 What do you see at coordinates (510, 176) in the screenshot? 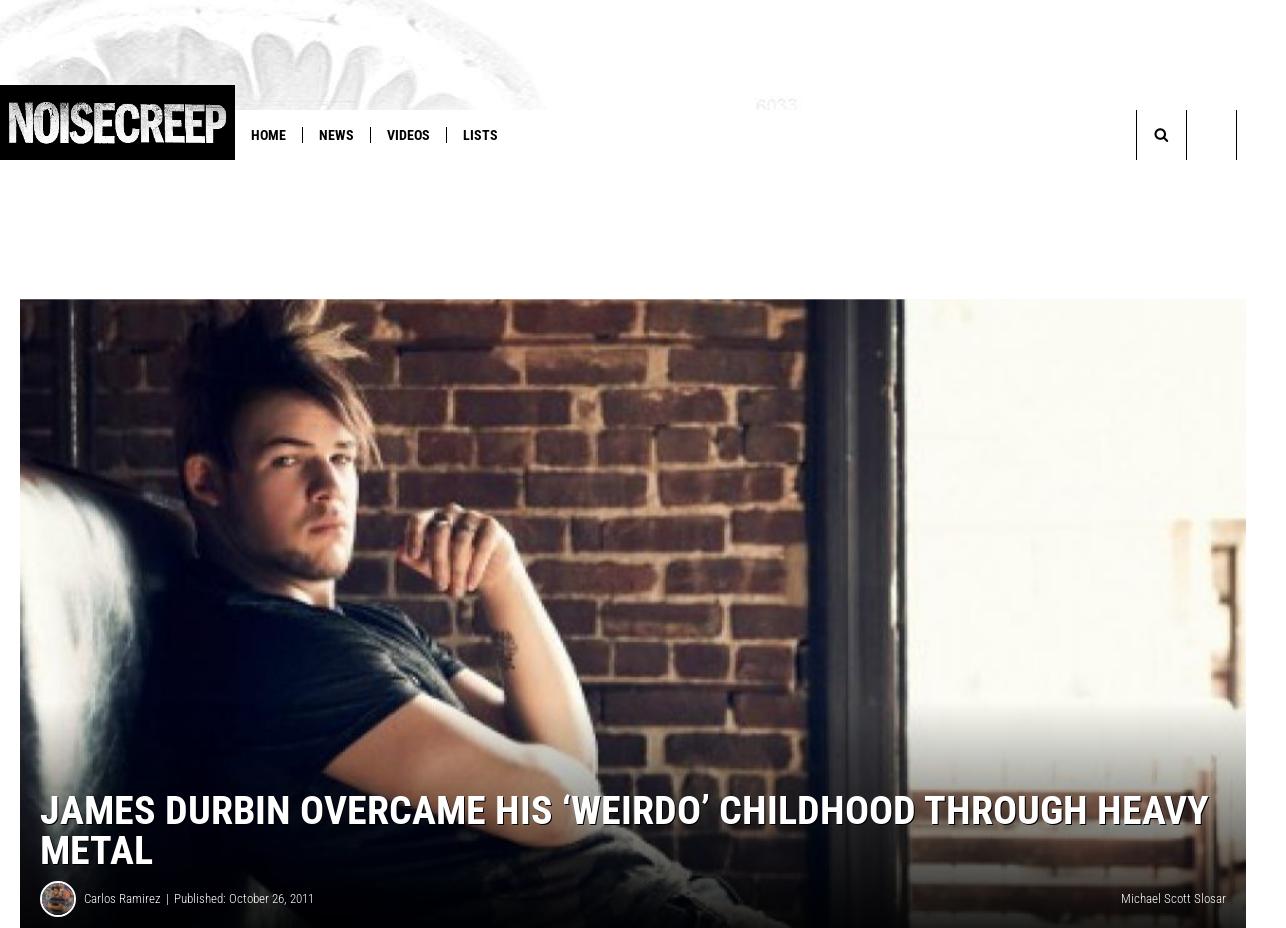
I see `'Judas Priest'` at bounding box center [510, 176].